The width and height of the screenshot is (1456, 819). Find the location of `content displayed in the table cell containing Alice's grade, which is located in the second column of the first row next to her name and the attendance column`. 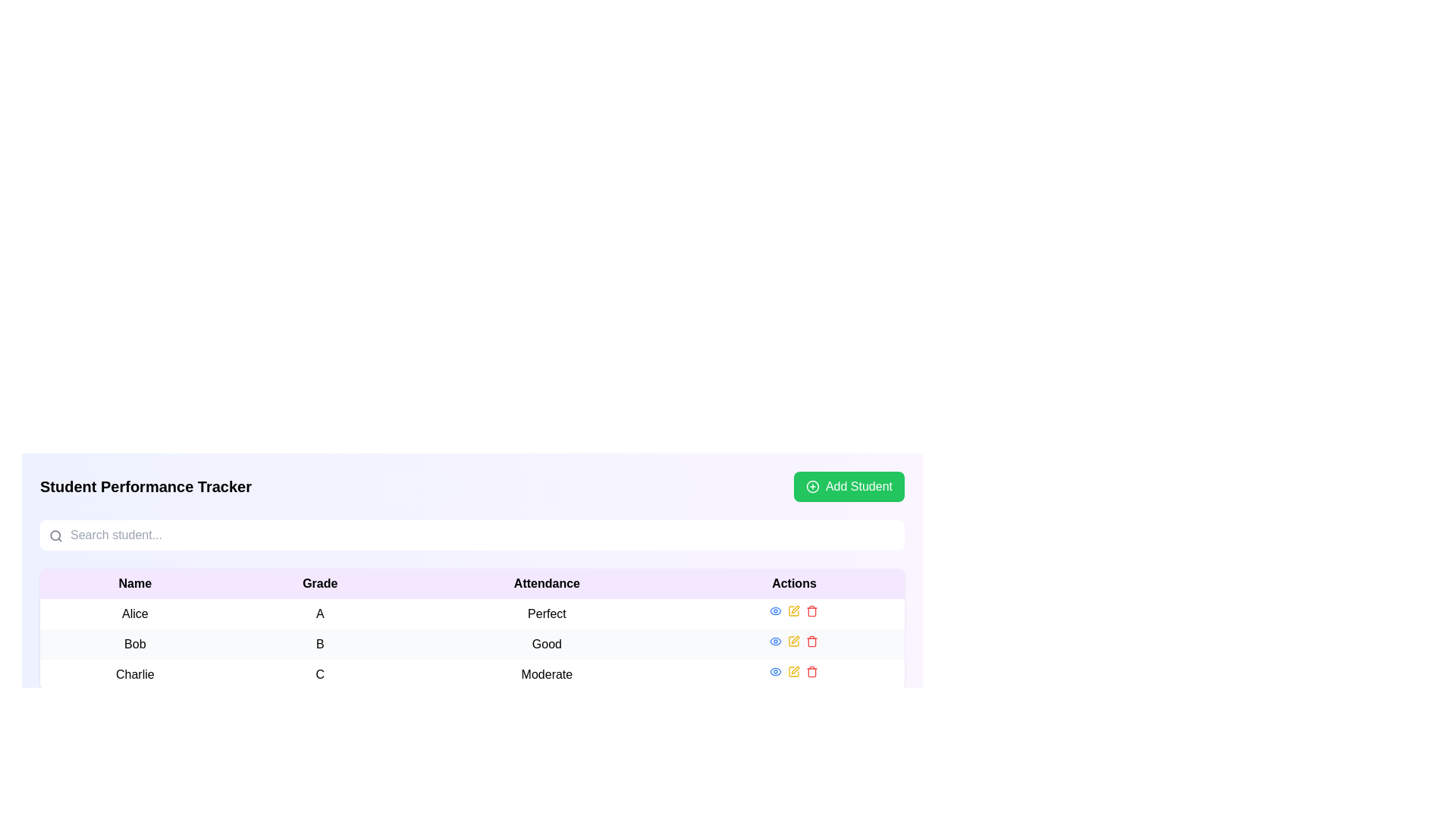

content displayed in the table cell containing Alice's grade, which is located in the second column of the first row next to her name and the attendance column is located at coordinates (319, 614).